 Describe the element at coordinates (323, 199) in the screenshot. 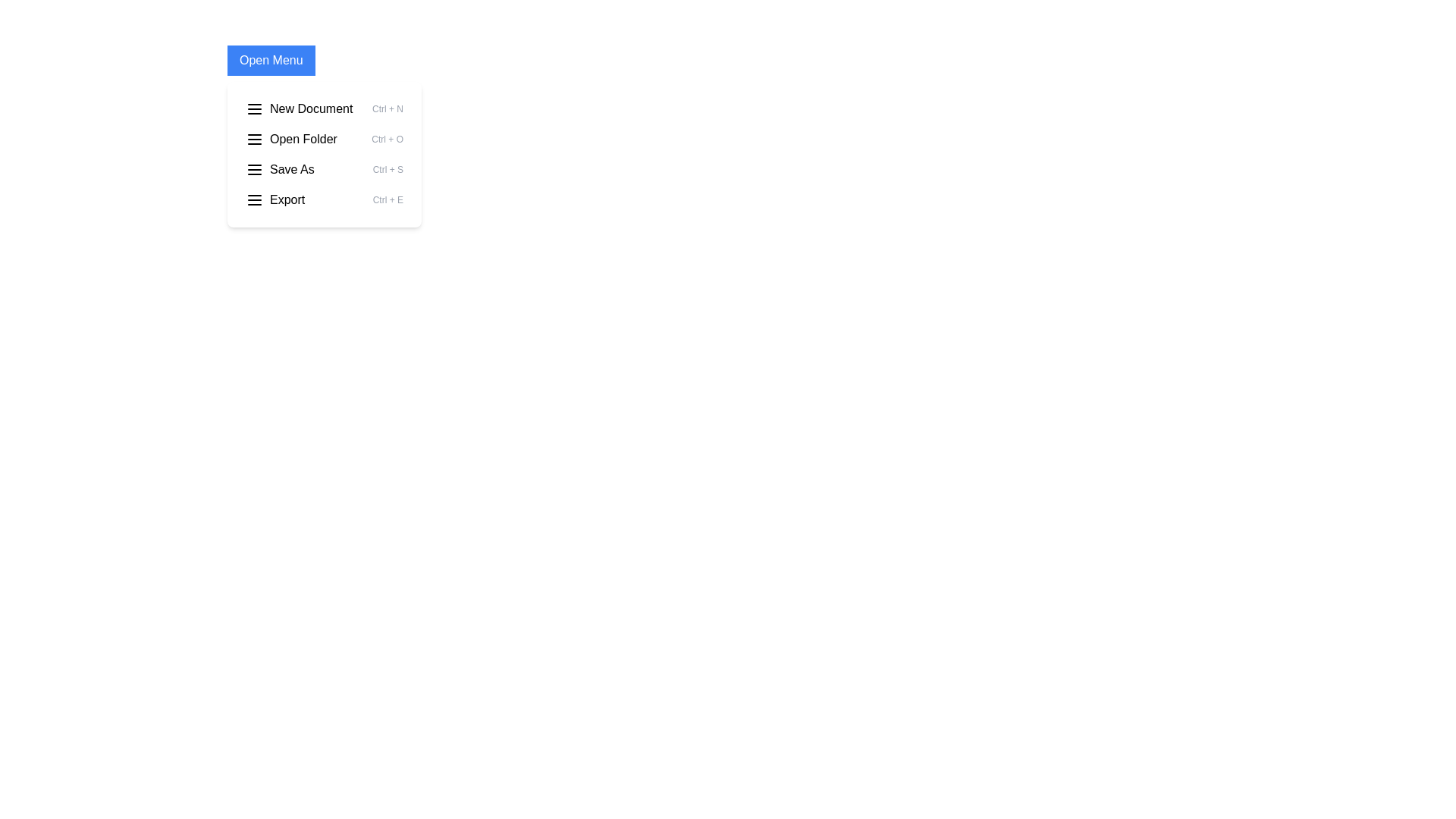

I see `the 'Export' menu item, which is the fourth option in the dropdown menu` at that location.